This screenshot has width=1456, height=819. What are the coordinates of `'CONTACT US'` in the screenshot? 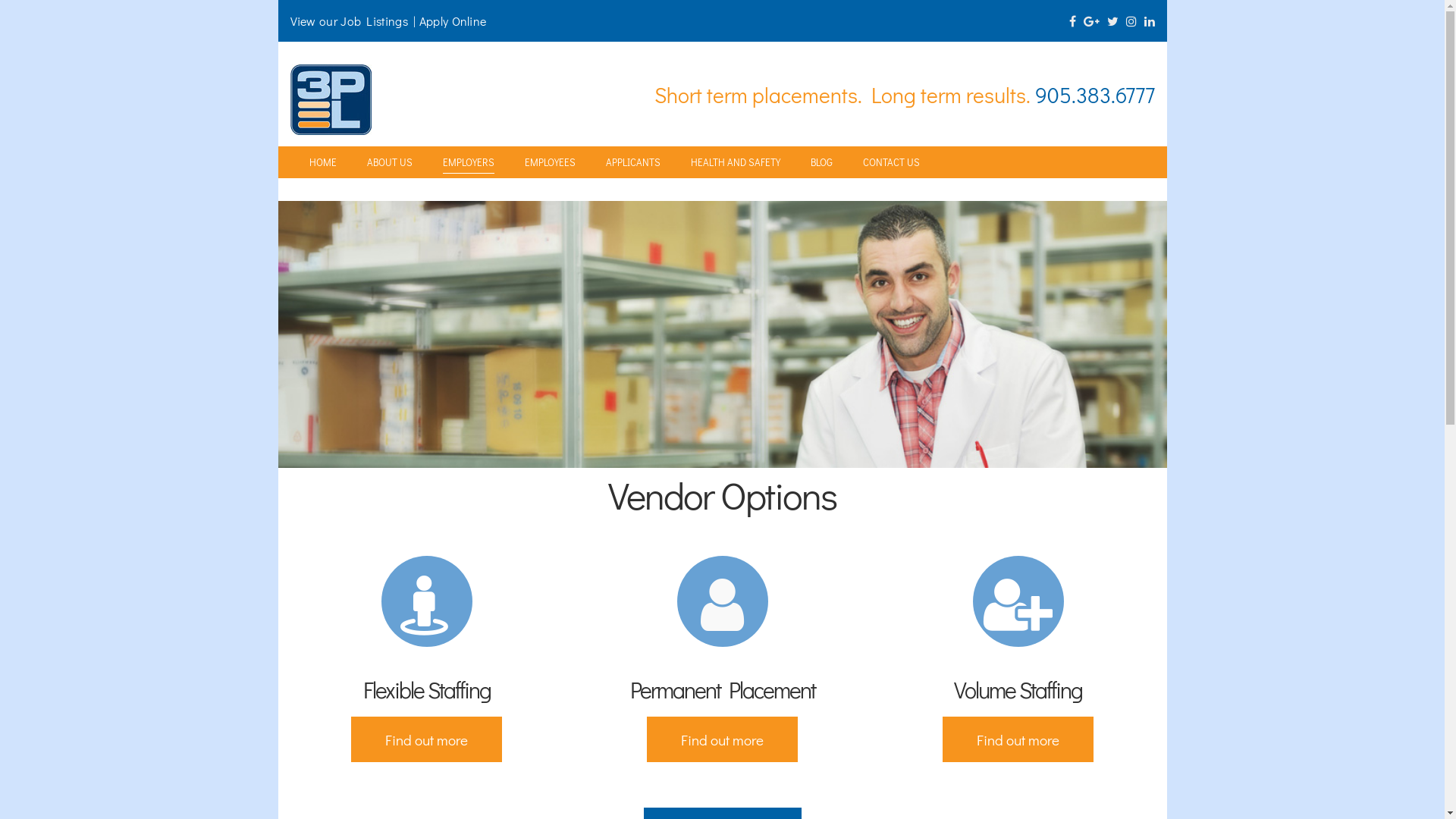 It's located at (891, 162).